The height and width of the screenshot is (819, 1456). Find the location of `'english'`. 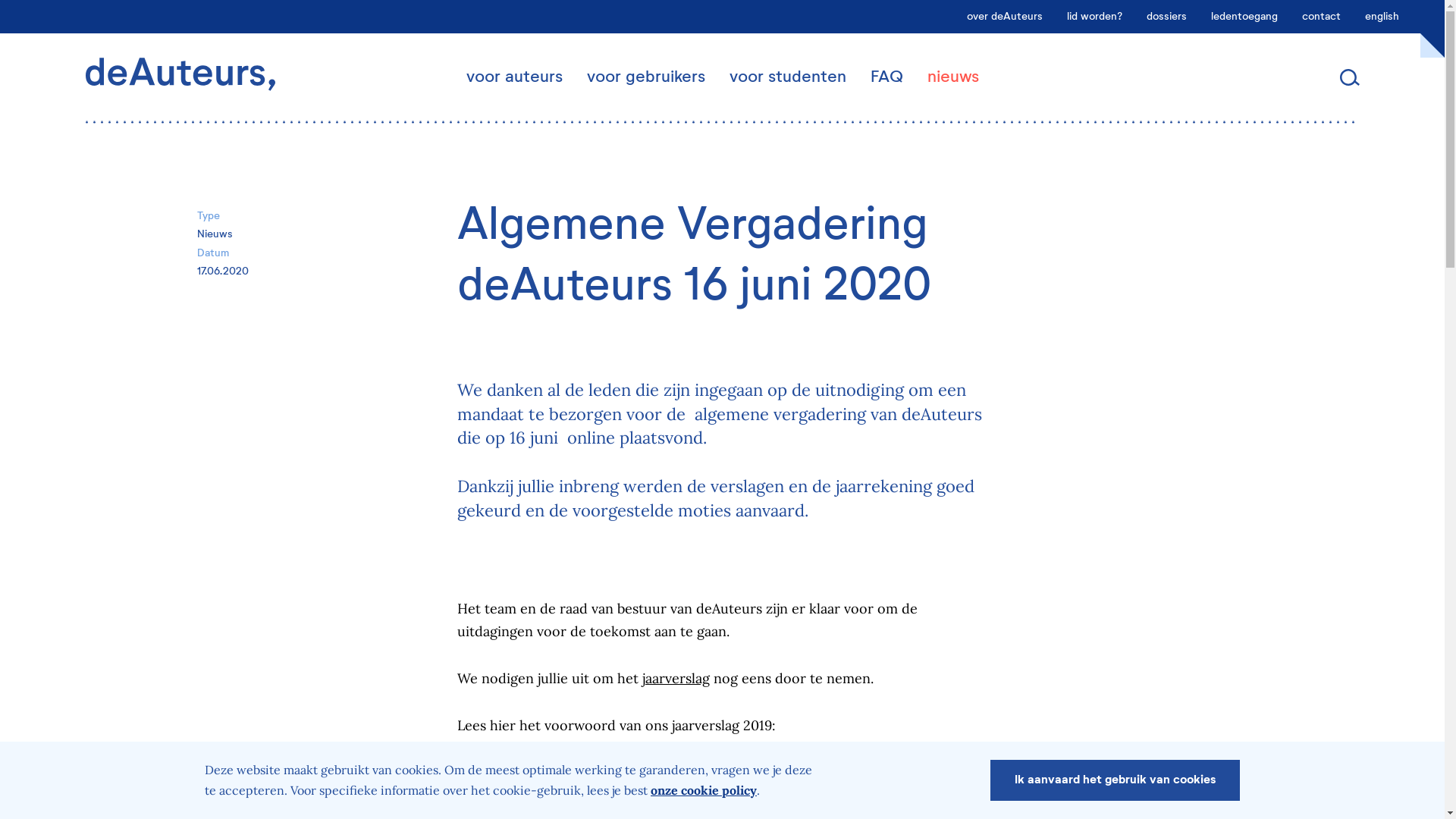

'english' is located at coordinates (1382, 17).